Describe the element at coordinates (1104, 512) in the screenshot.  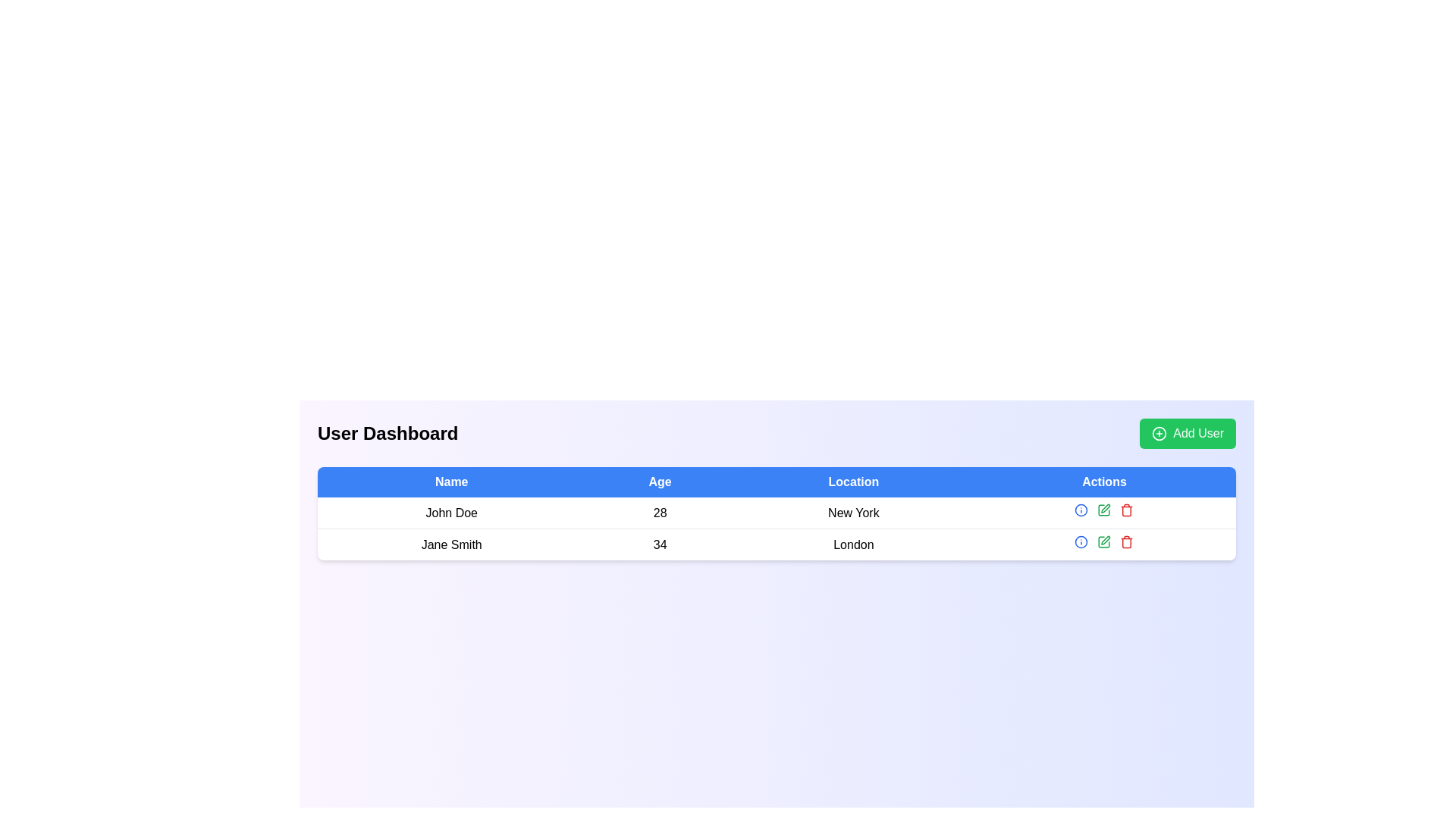
I see `the edit button located in the 'Actions' column of the user data table, which is the last column in the first row containing the colored icons` at that location.